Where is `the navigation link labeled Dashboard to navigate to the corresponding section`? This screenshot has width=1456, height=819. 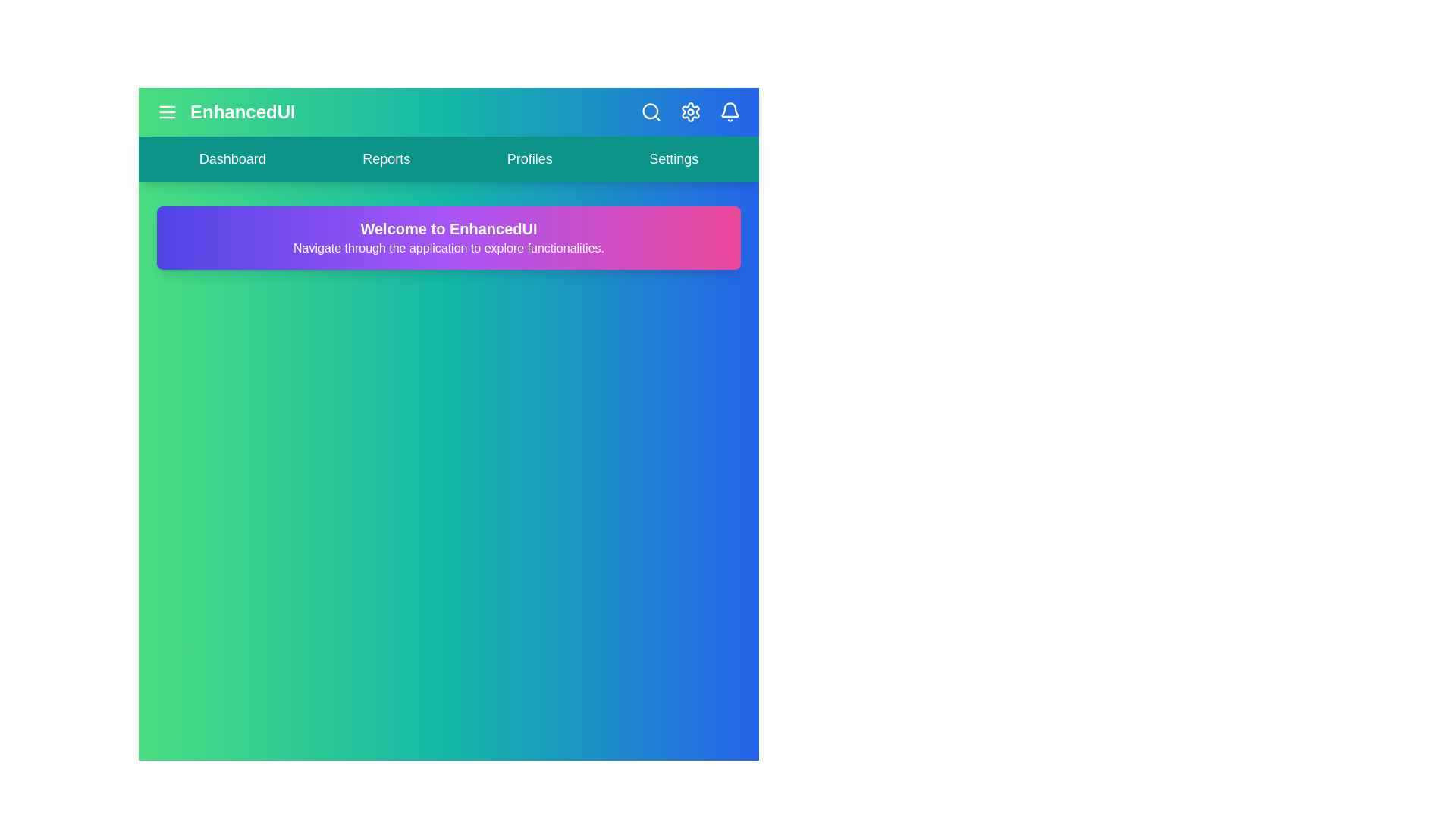
the navigation link labeled Dashboard to navigate to the corresponding section is located at coordinates (231, 158).